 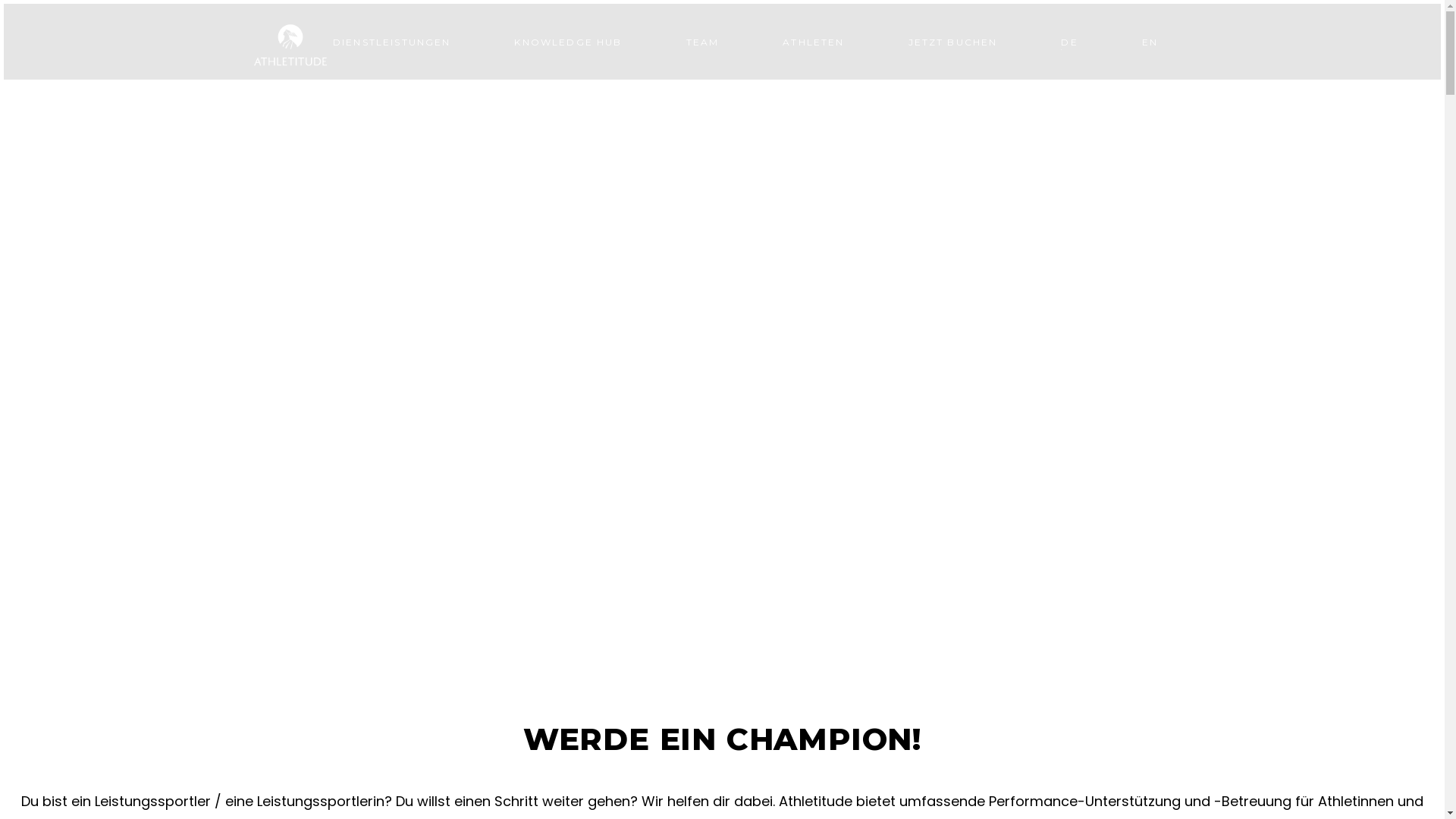 What do you see at coordinates (952, 41) in the screenshot?
I see `'JETZT BUCHEN'` at bounding box center [952, 41].